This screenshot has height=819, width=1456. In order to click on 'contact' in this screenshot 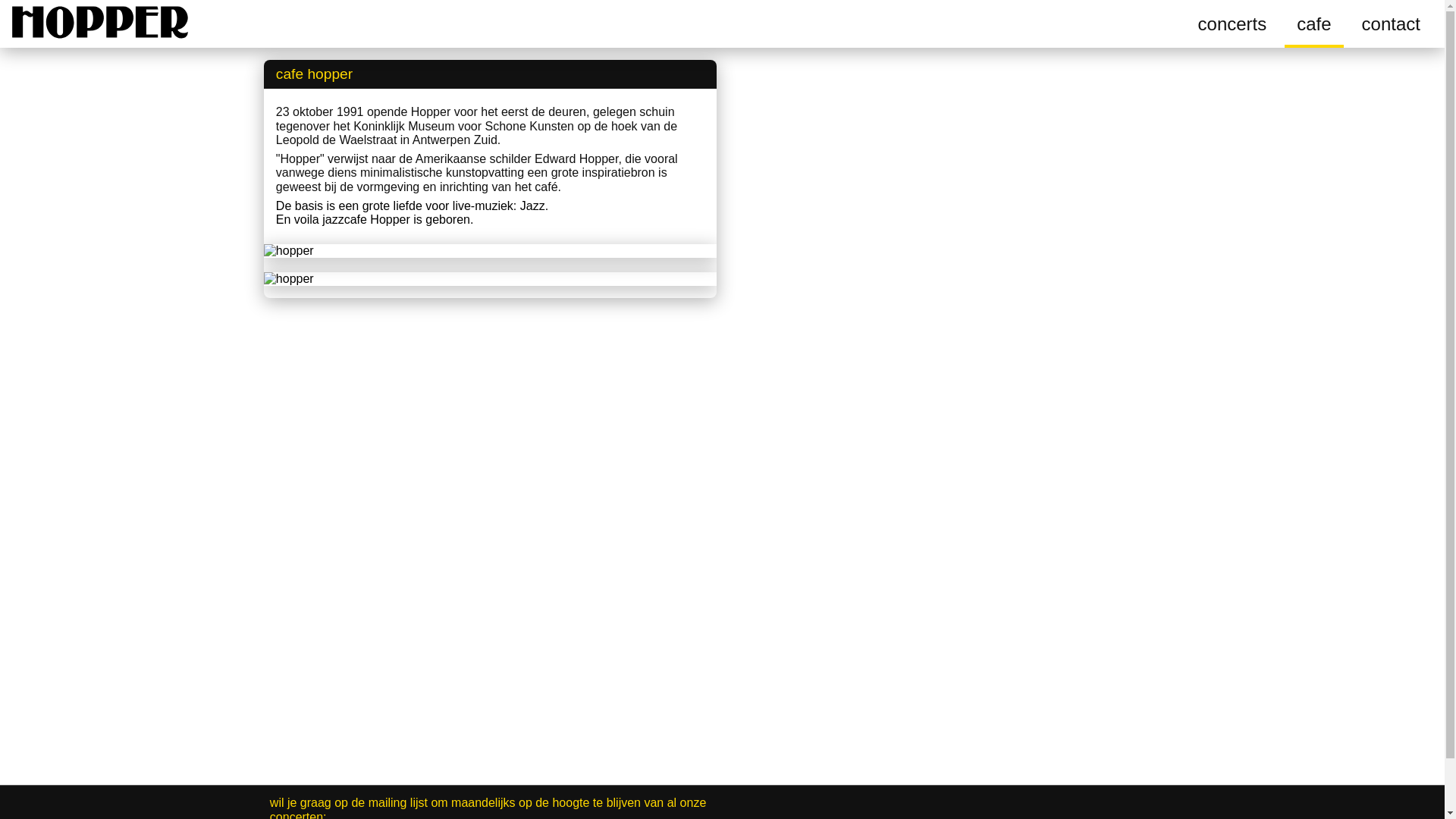, I will do `click(1391, 24)`.